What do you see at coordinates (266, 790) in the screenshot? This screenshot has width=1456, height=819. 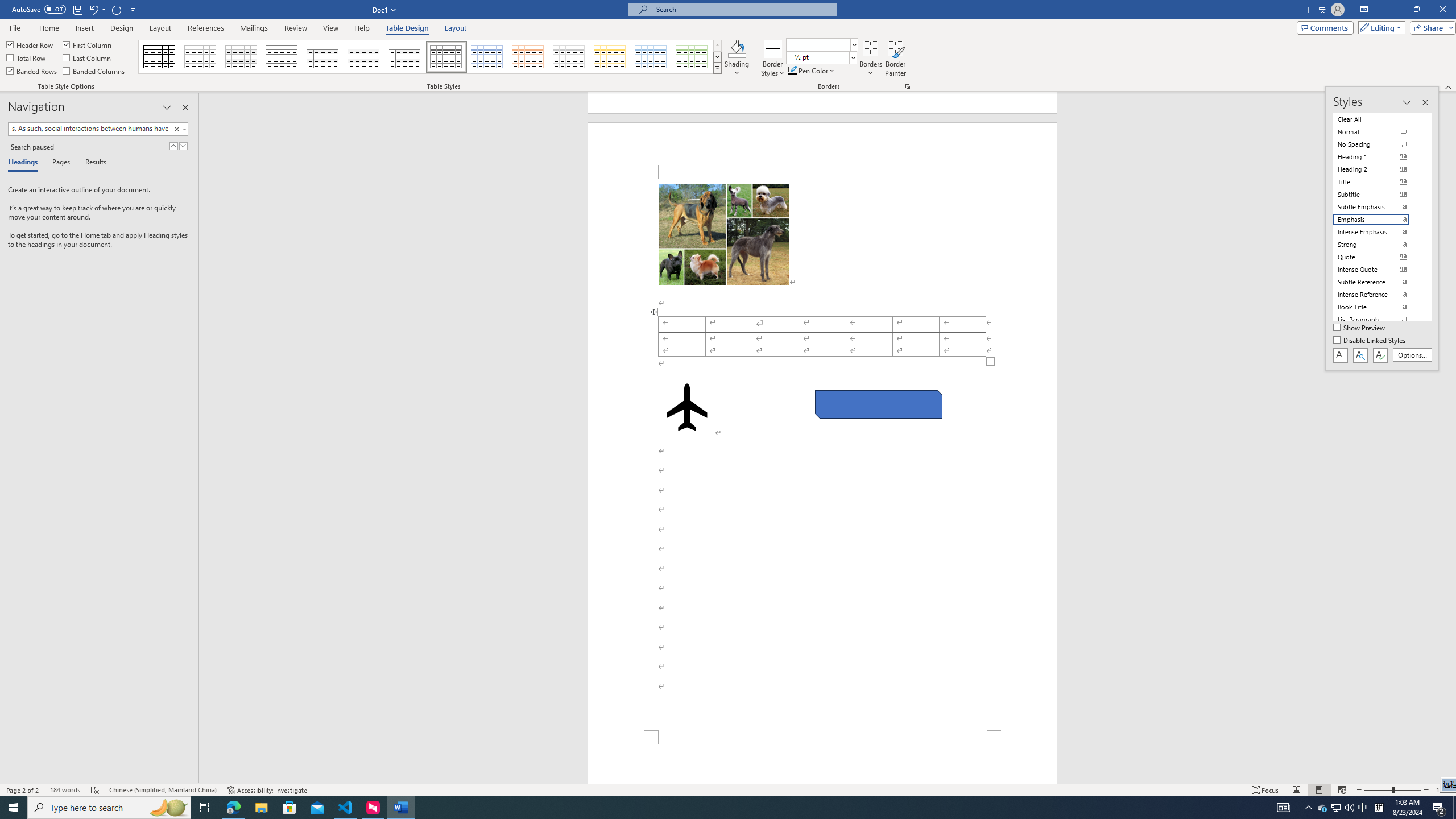 I see `'Accessibility Checker Accessibility: Investigate'` at bounding box center [266, 790].